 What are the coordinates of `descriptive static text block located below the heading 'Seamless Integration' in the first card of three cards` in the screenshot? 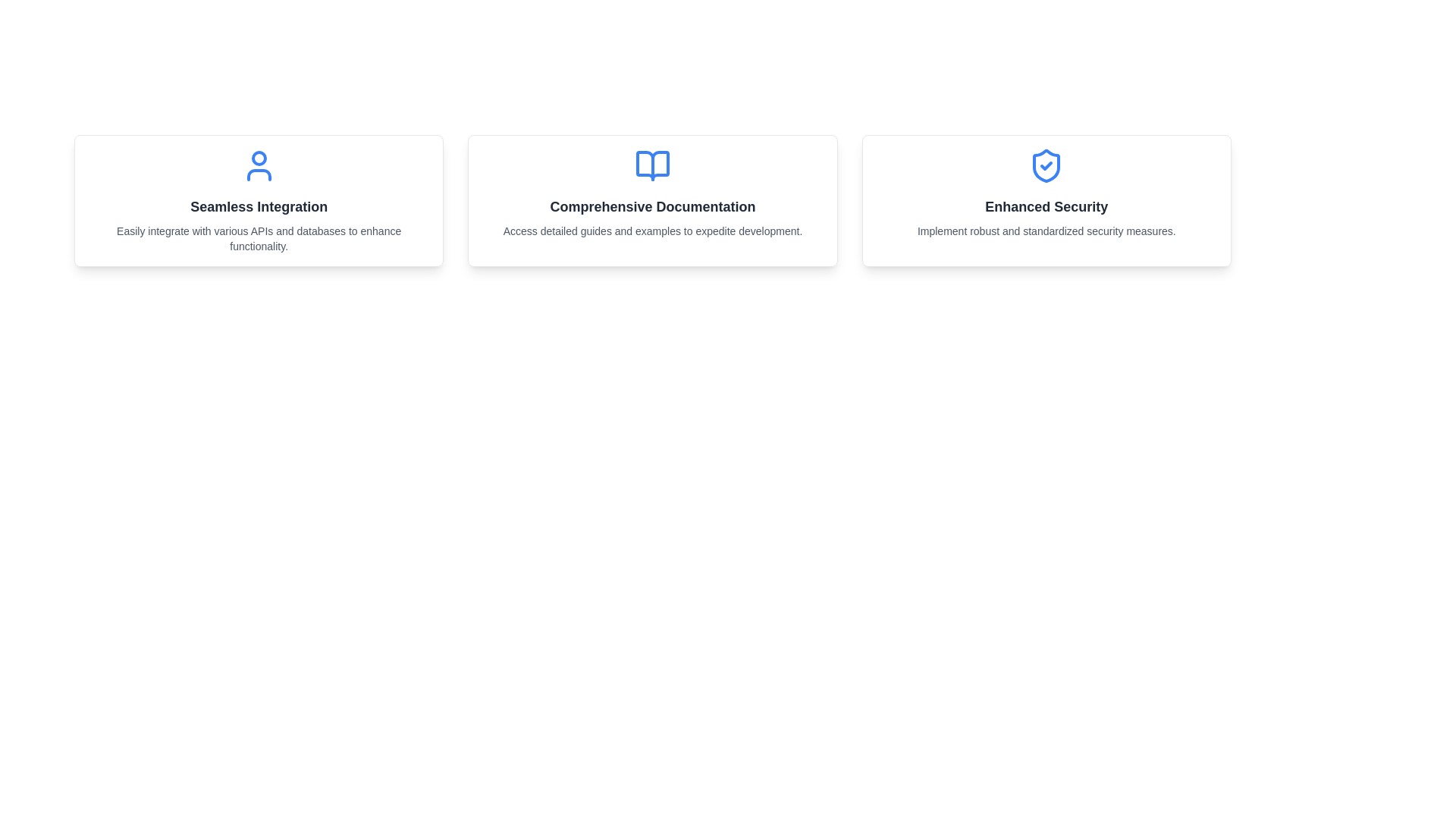 It's located at (259, 239).